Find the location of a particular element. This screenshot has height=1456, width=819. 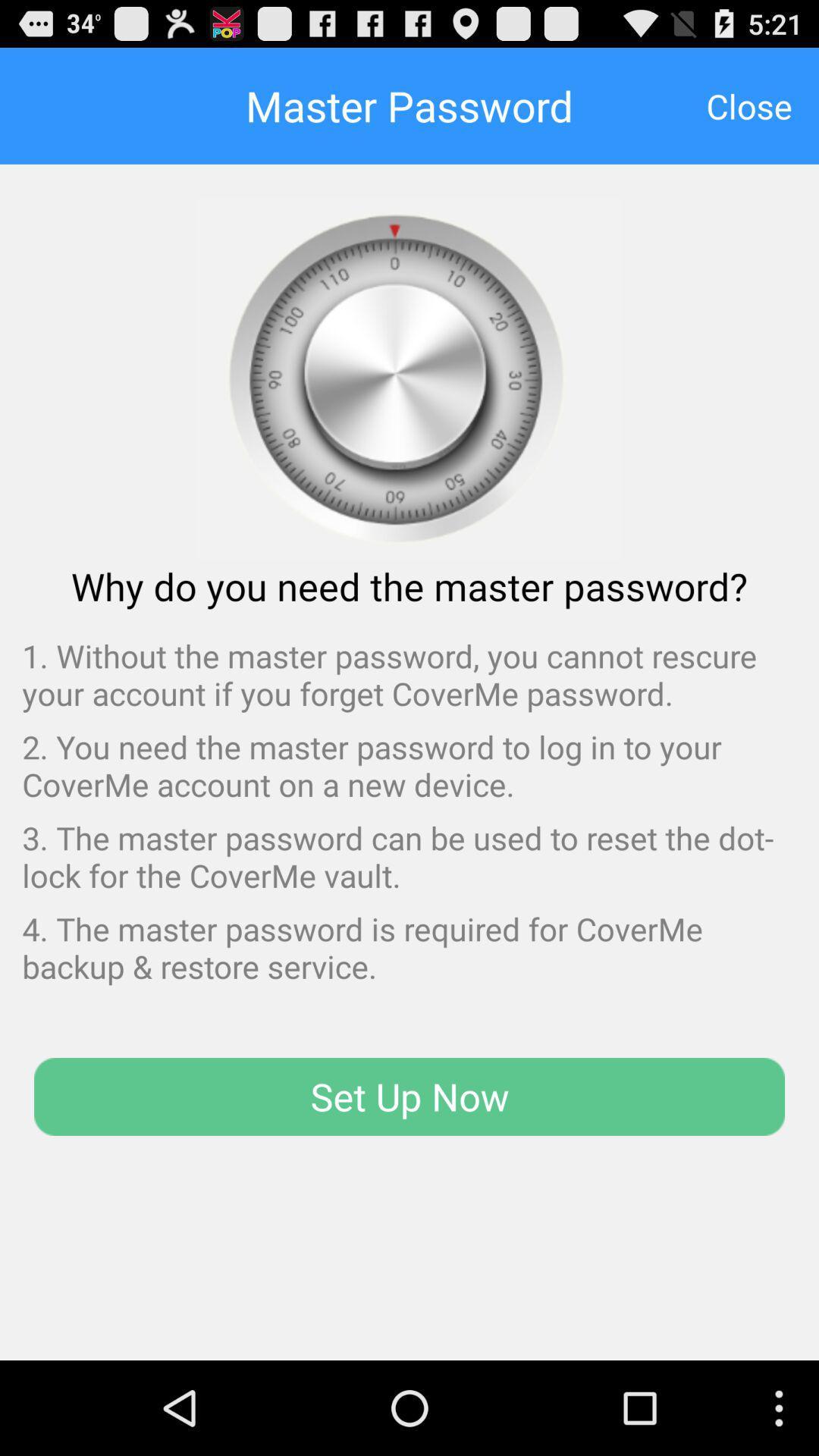

close item is located at coordinates (748, 105).